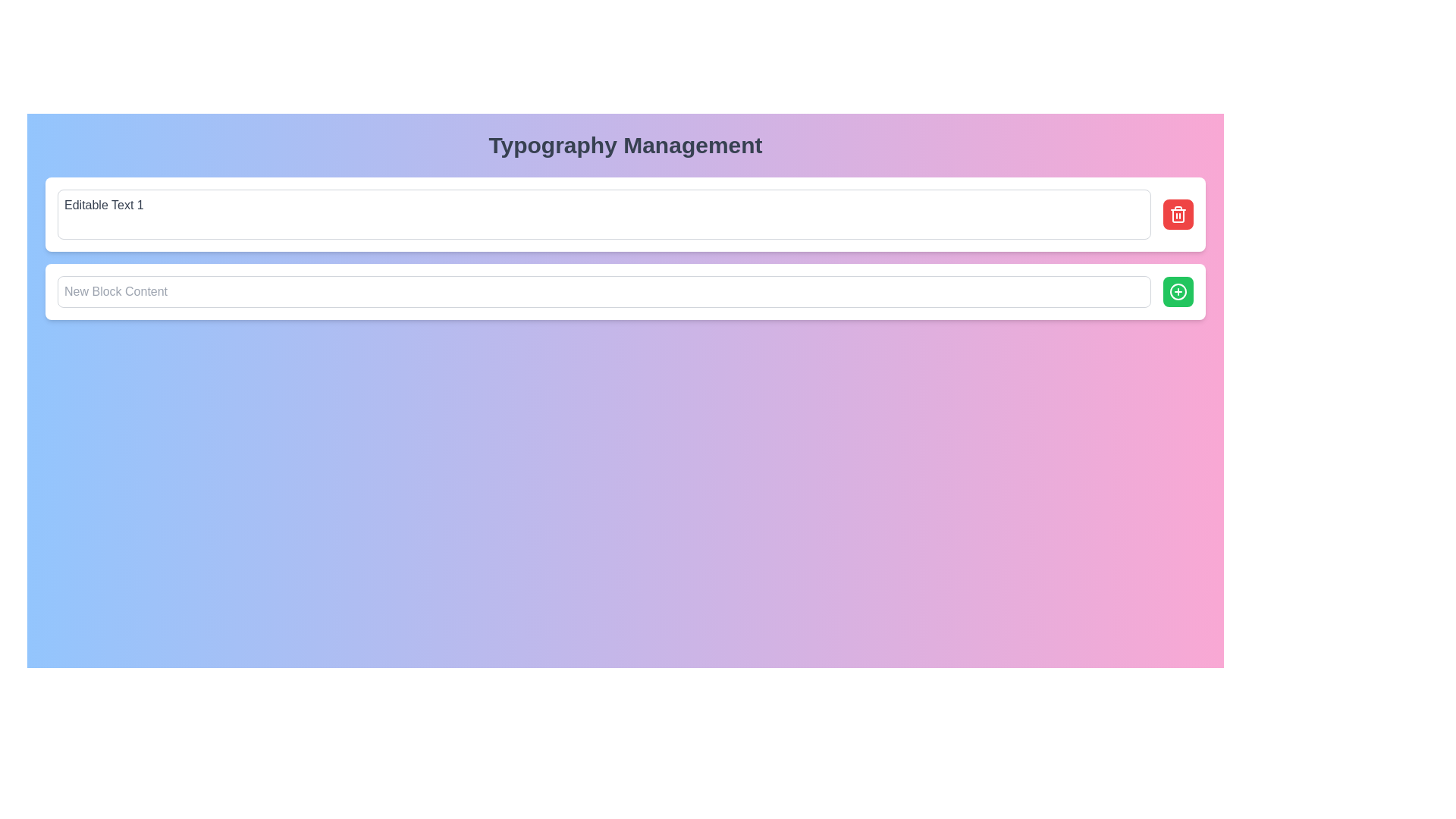  What do you see at coordinates (626, 146) in the screenshot?
I see `the bold and large-sized header text block 'Typography Management' positioned at the top of the interface with a gradient background` at bounding box center [626, 146].